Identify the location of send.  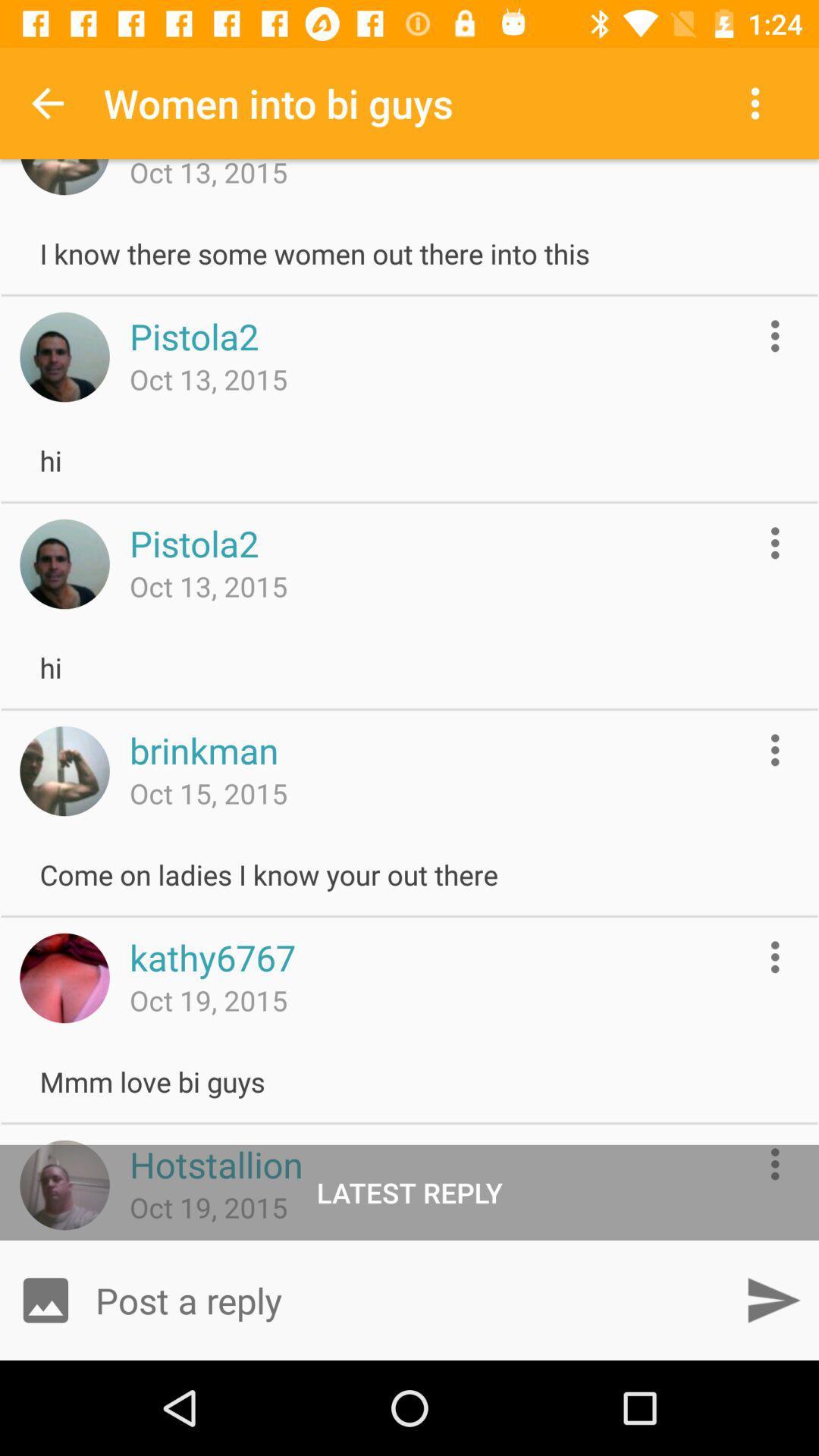
(773, 1299).